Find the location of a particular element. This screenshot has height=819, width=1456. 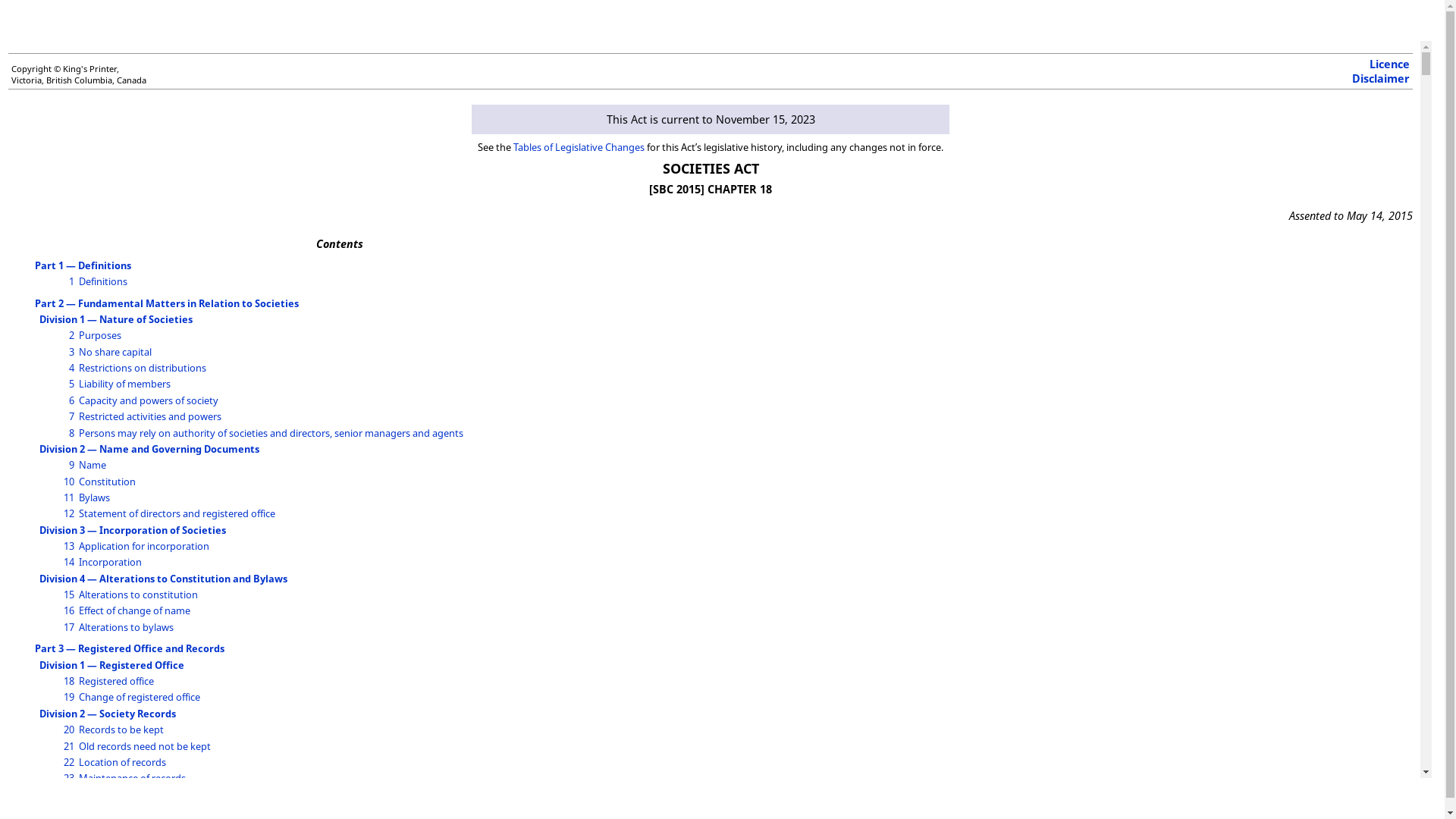

'Name' is located at coordinates (91, 464).